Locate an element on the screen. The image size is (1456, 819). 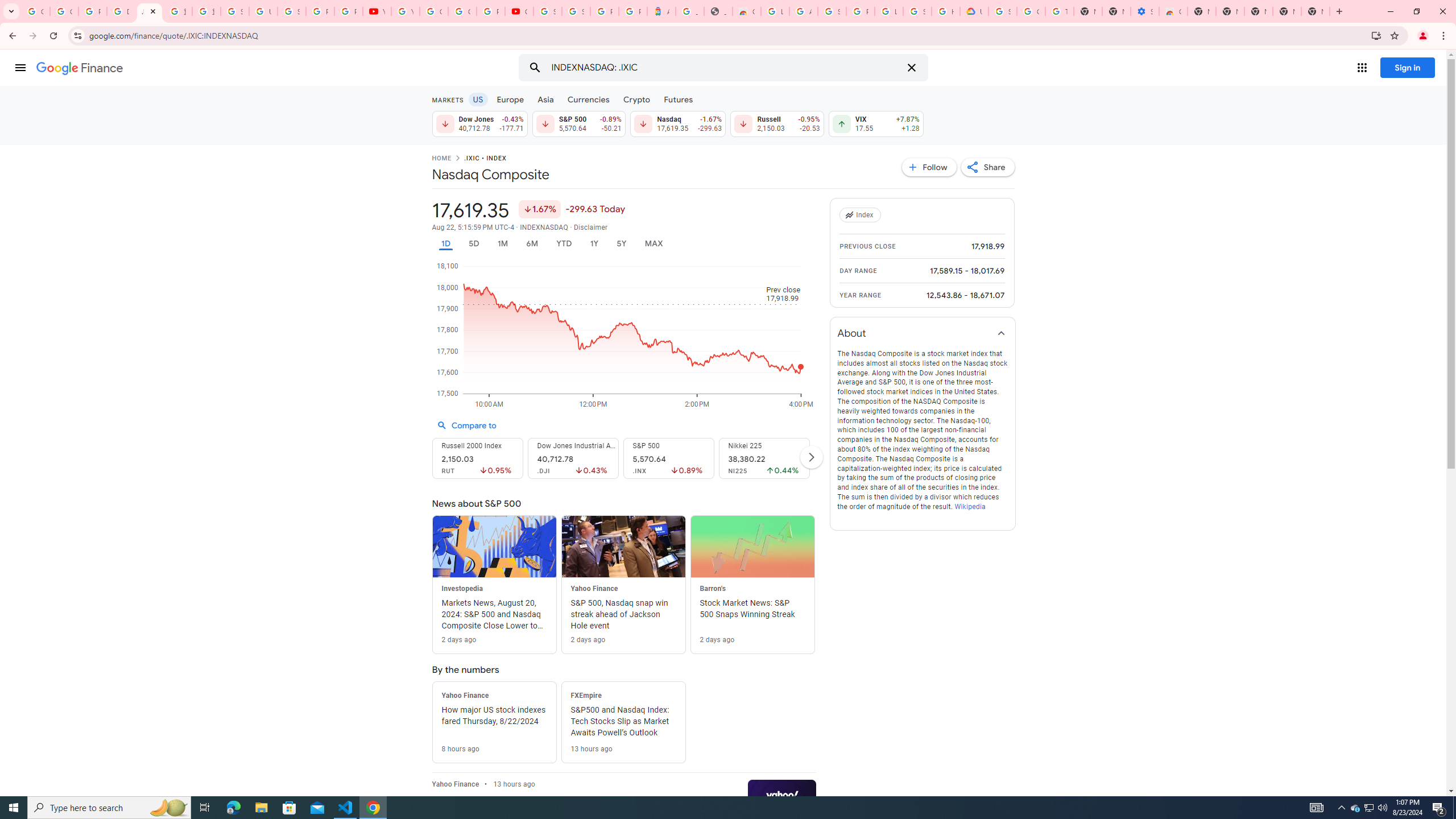
'Disclaimer' is located at coordinates (591, 227).